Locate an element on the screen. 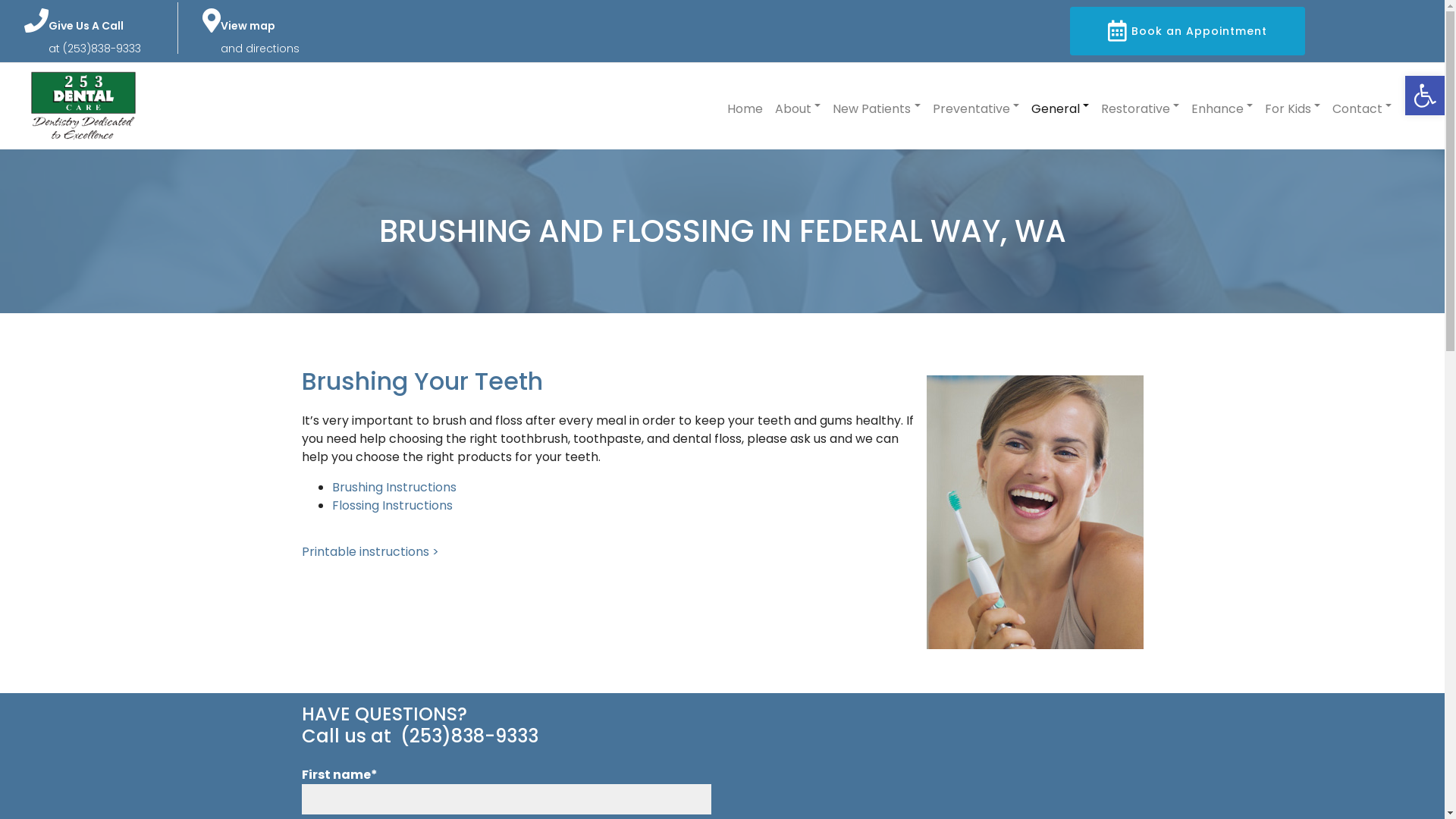  'New Patients' is located at coordinates (876, 105).